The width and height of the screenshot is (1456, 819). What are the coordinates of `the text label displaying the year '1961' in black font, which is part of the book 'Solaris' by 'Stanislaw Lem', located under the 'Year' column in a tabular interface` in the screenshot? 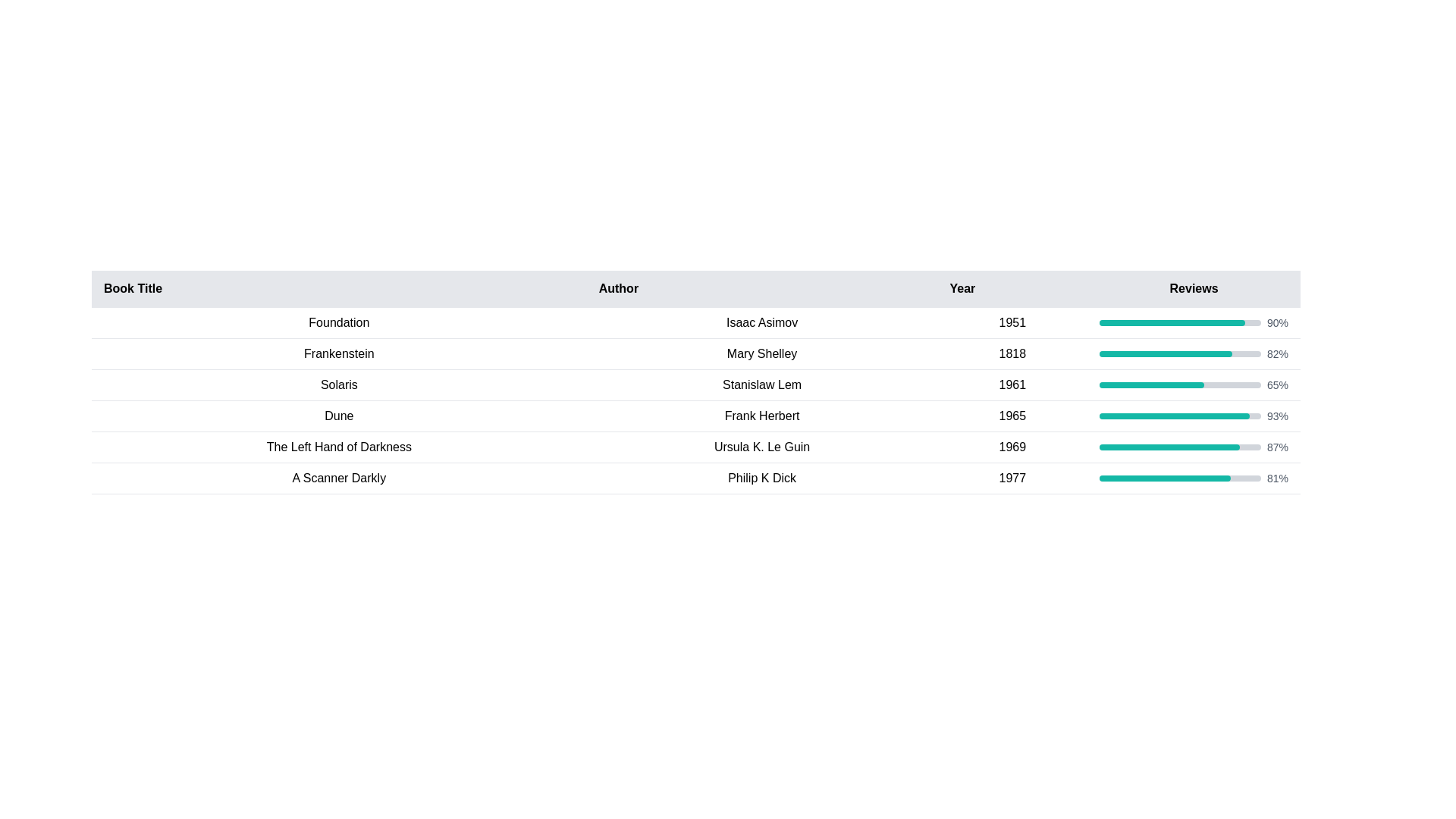 It's located at (1012, 384).